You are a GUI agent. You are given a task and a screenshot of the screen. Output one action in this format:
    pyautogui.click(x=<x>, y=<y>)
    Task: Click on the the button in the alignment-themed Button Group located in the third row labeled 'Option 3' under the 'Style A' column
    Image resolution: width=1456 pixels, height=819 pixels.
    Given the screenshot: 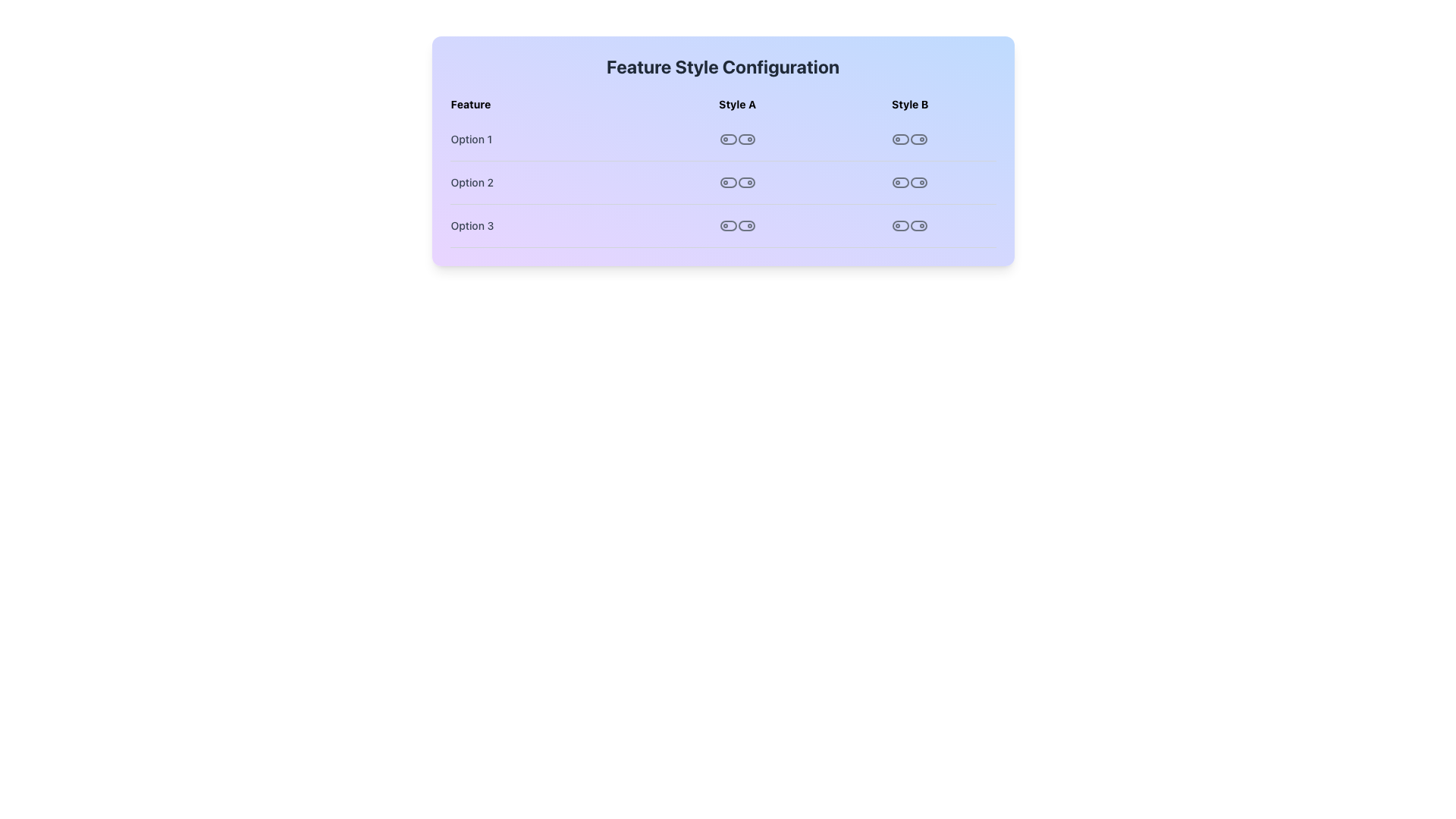 What is the action you would take?
    pyautogui.click(x=737, y=225)
    